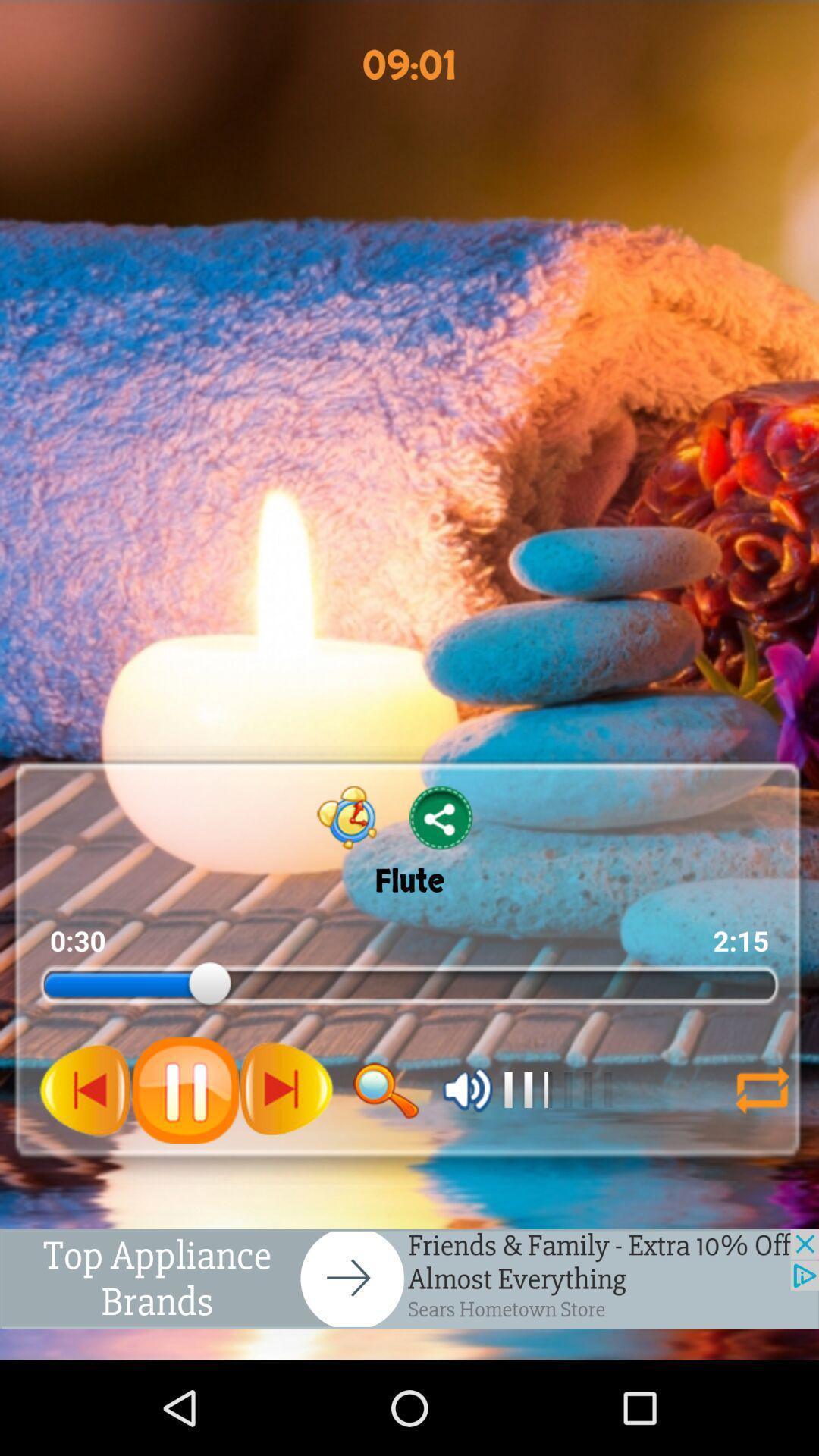  What do you see at coordinates (467, 1089) in the screenshot?
I see `sound option` at bounding box center [467, 1089].